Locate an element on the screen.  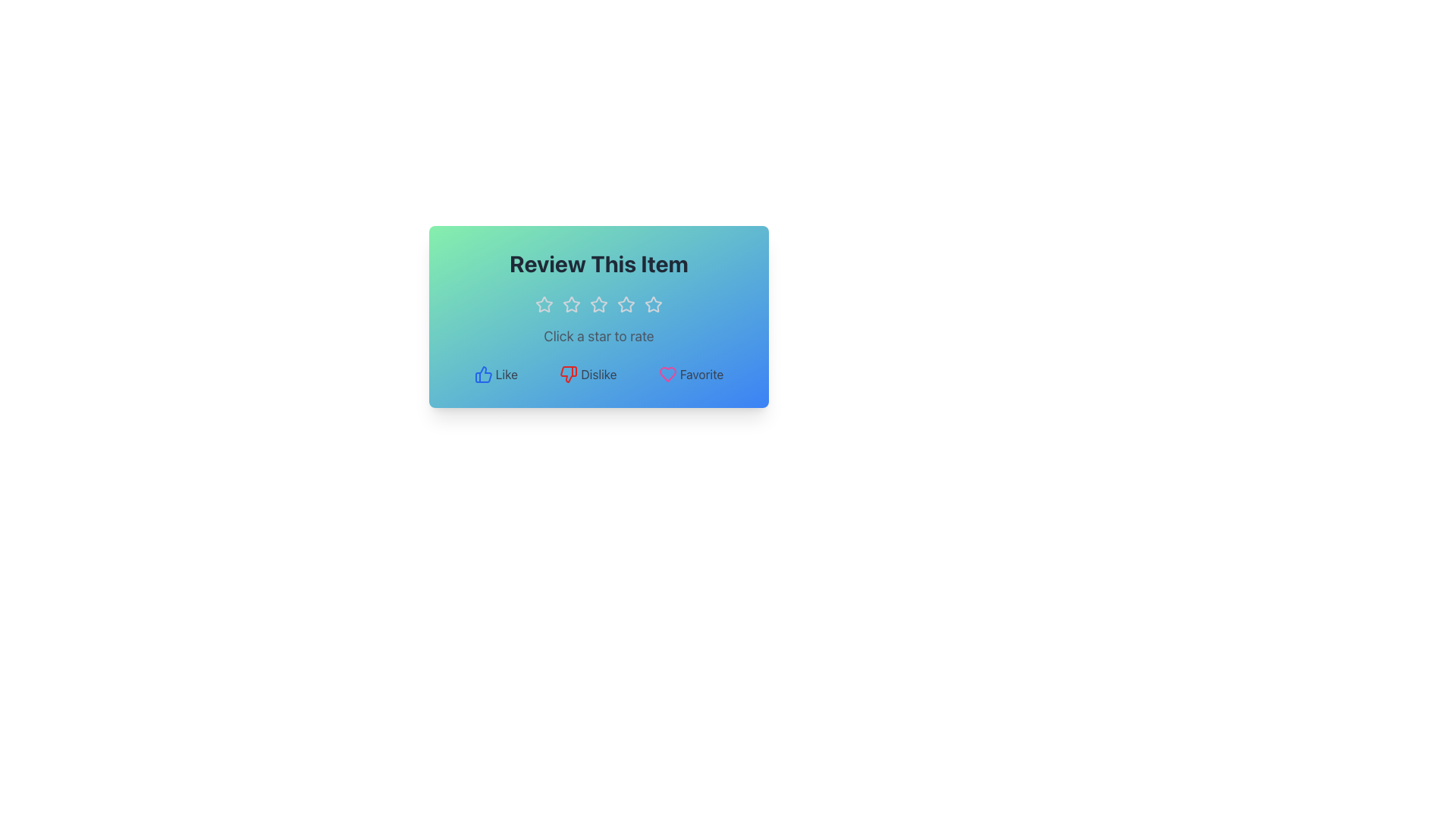
the second star icon in the five-star rating system is located at coordinates (570, 304).